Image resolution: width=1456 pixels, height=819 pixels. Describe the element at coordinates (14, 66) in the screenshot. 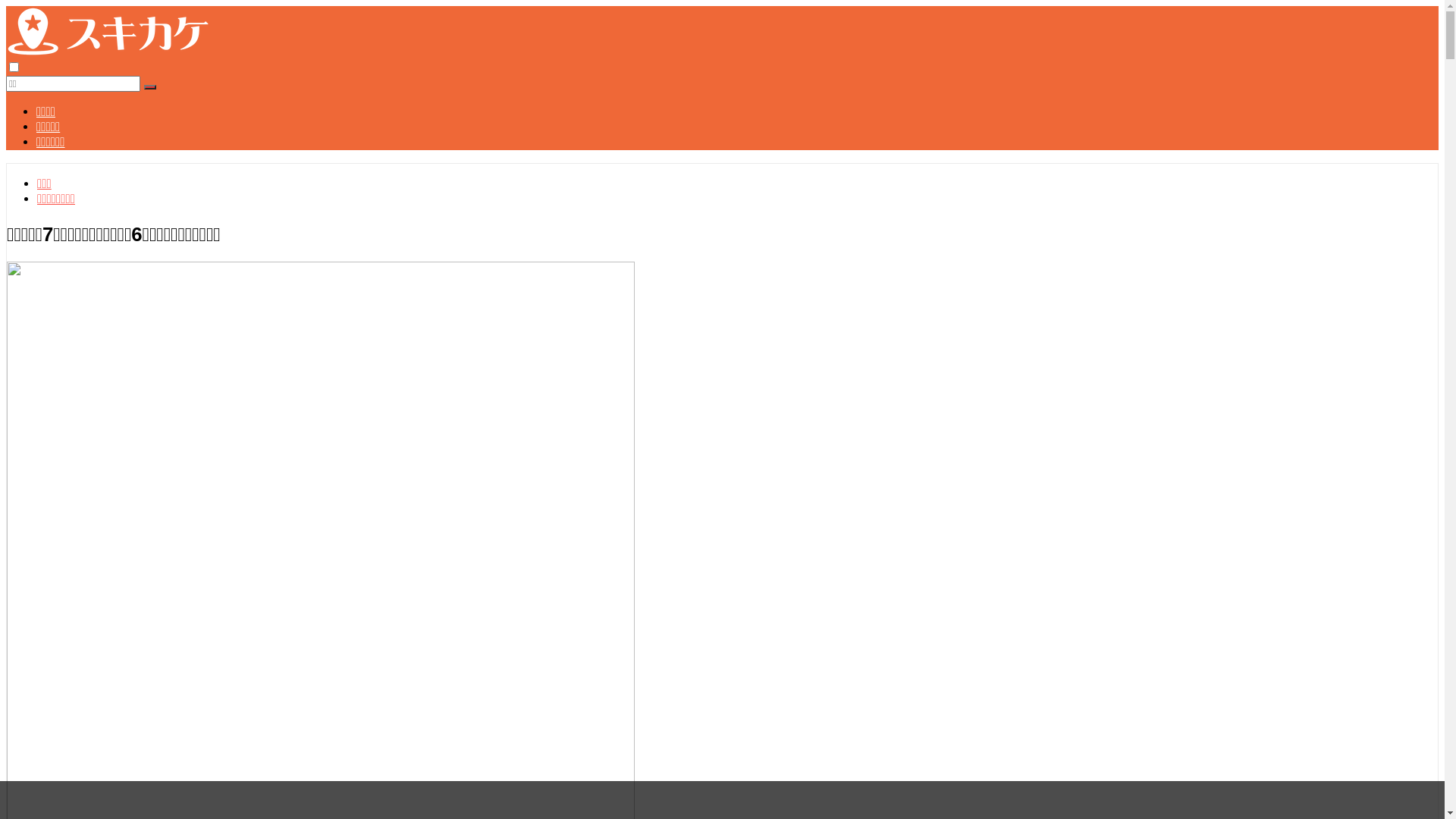

I see `'on'` at that location.